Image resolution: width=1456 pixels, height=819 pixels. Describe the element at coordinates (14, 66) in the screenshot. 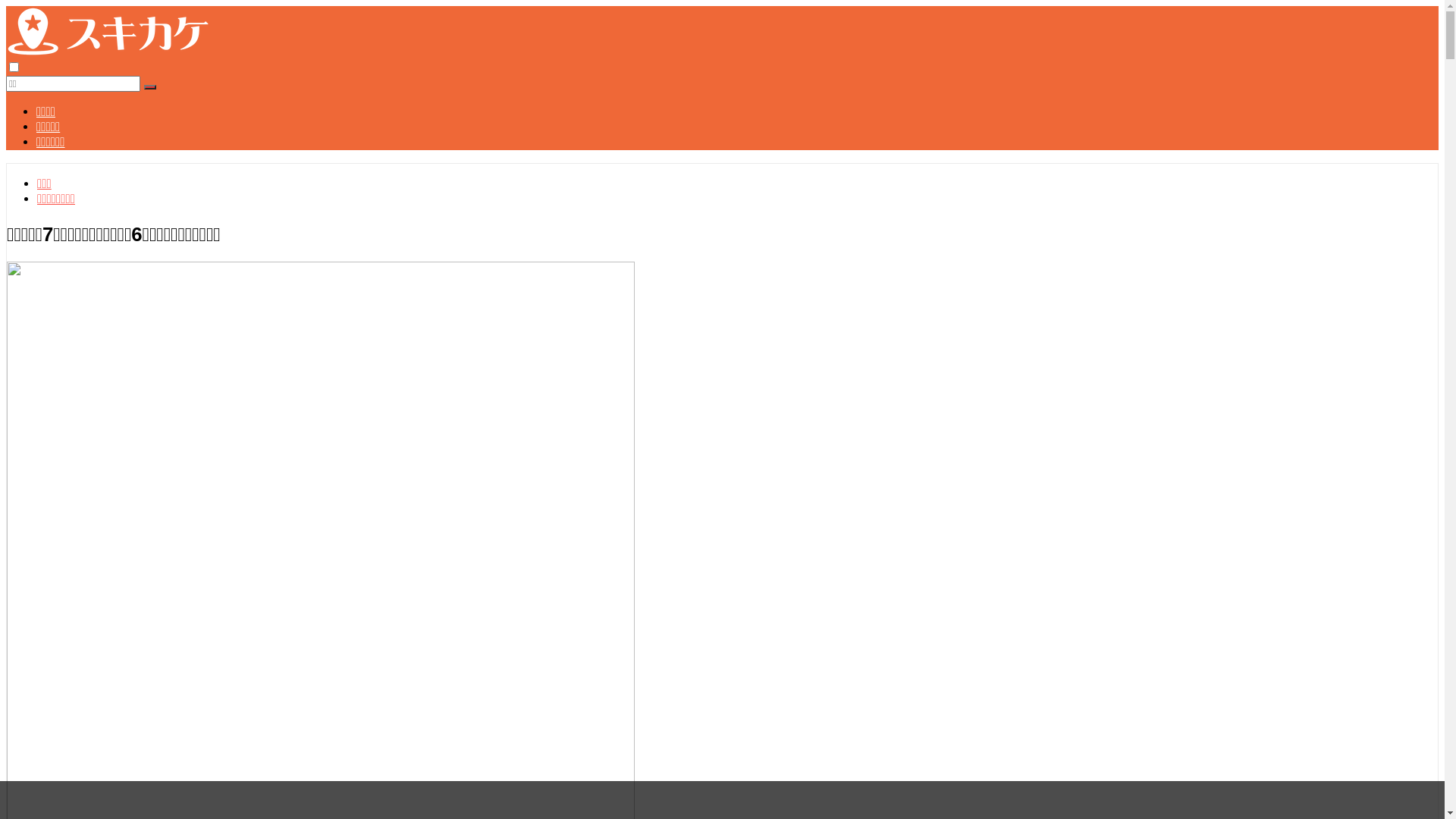

I see `'on'` at that location.